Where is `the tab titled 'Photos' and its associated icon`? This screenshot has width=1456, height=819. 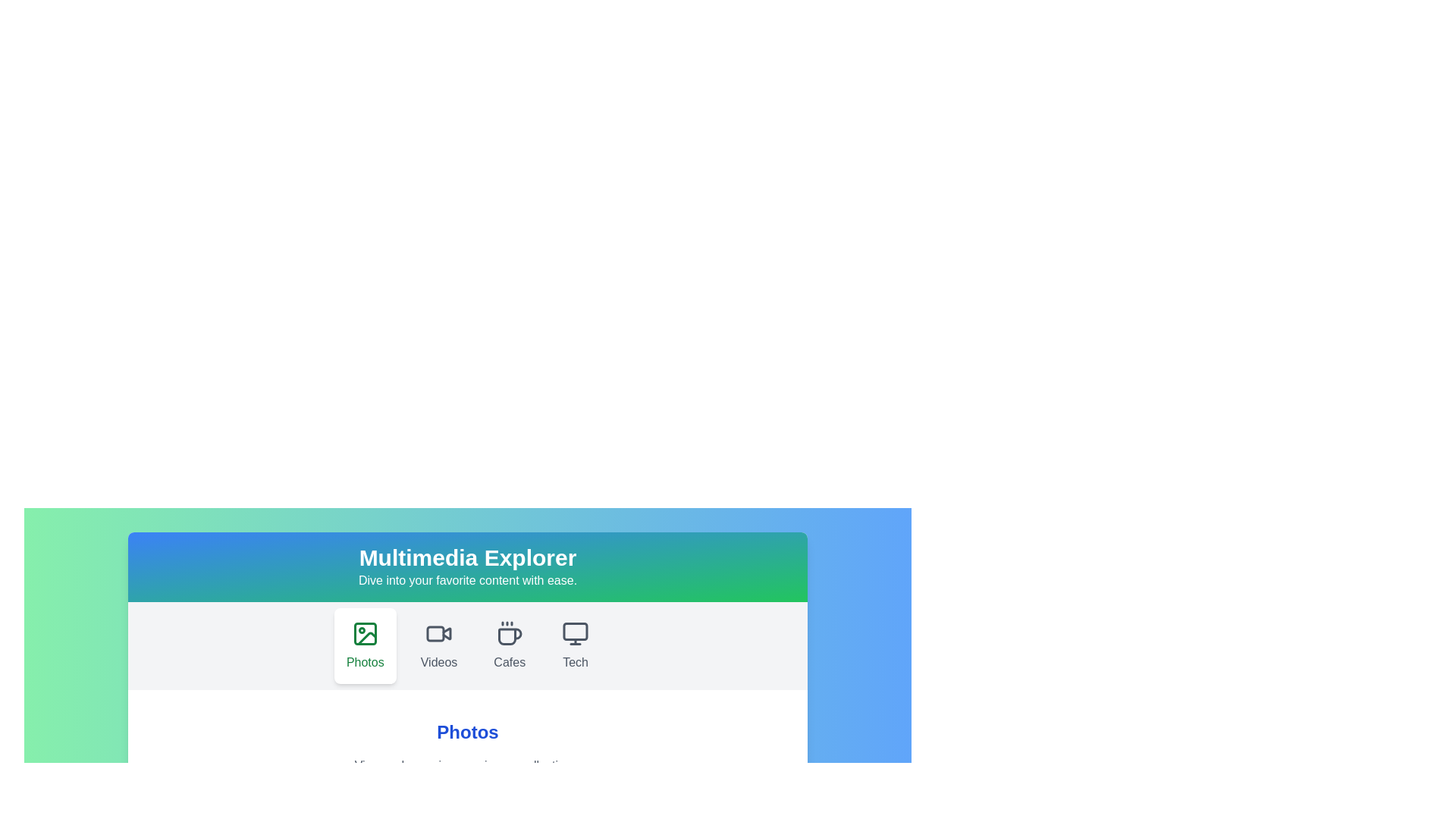 the tab titled 'Photos' and its associated icon is located at coordinates (365, 646).